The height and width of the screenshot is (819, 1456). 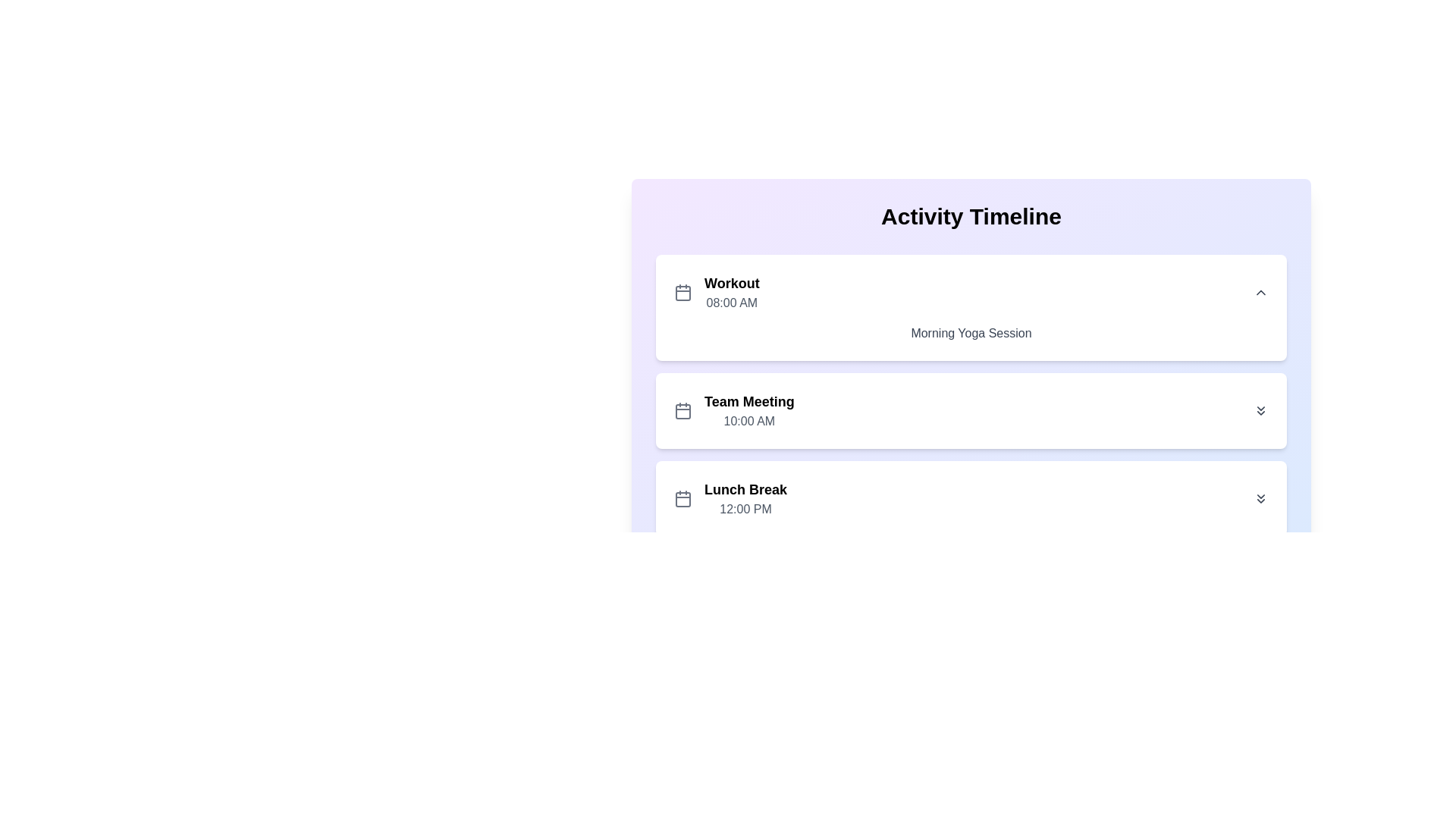 What do you see at coordinates (749, 411) in the screenshot?
I see `the text block containing the heading 'Team Meeting' and subtext '10:00 AM', which is the second activity item in the timeline interface` at bounding box center [749, 411].